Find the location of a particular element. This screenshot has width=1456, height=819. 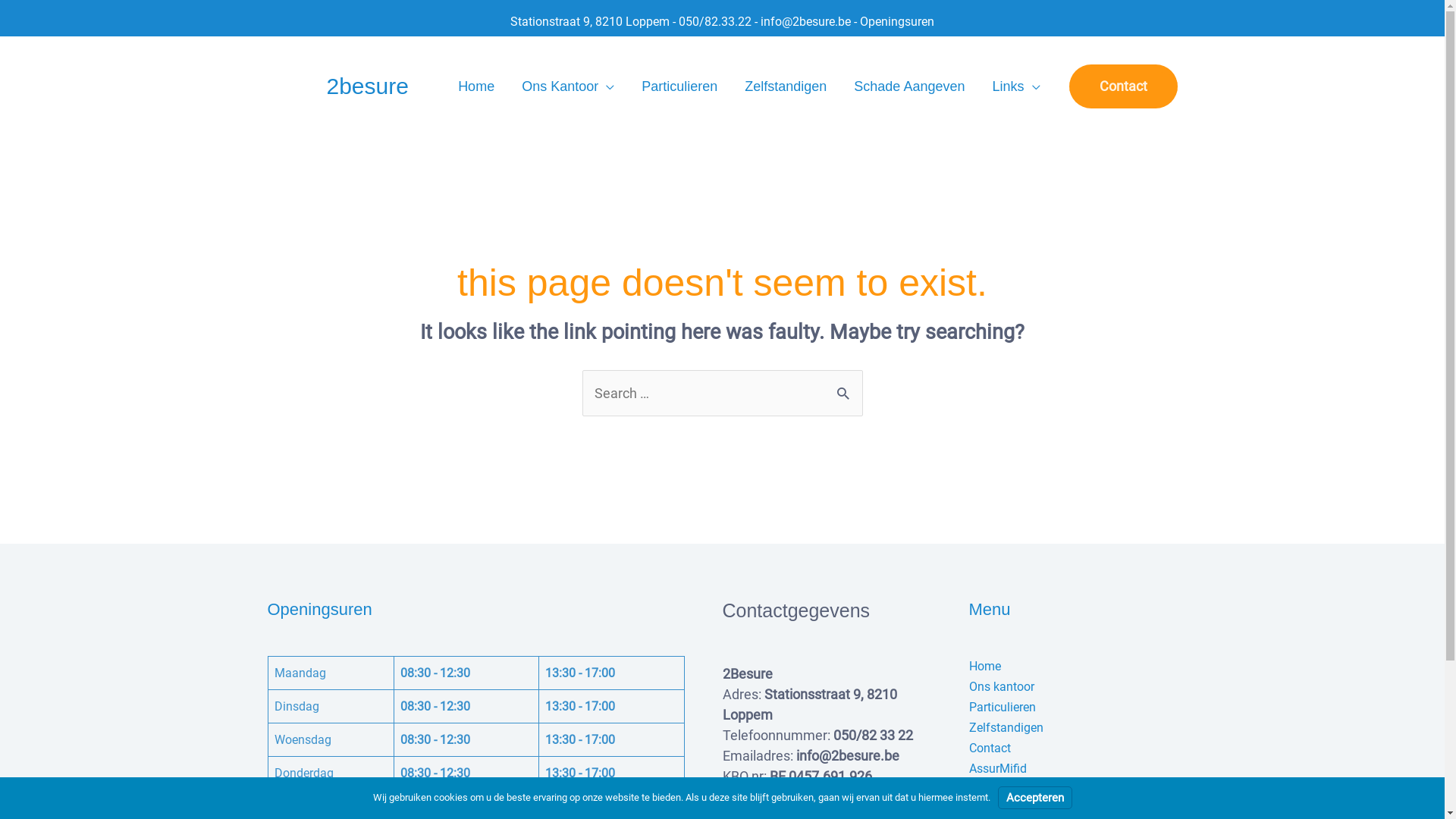

'Accepteren' is located at coordinates (997, 797).